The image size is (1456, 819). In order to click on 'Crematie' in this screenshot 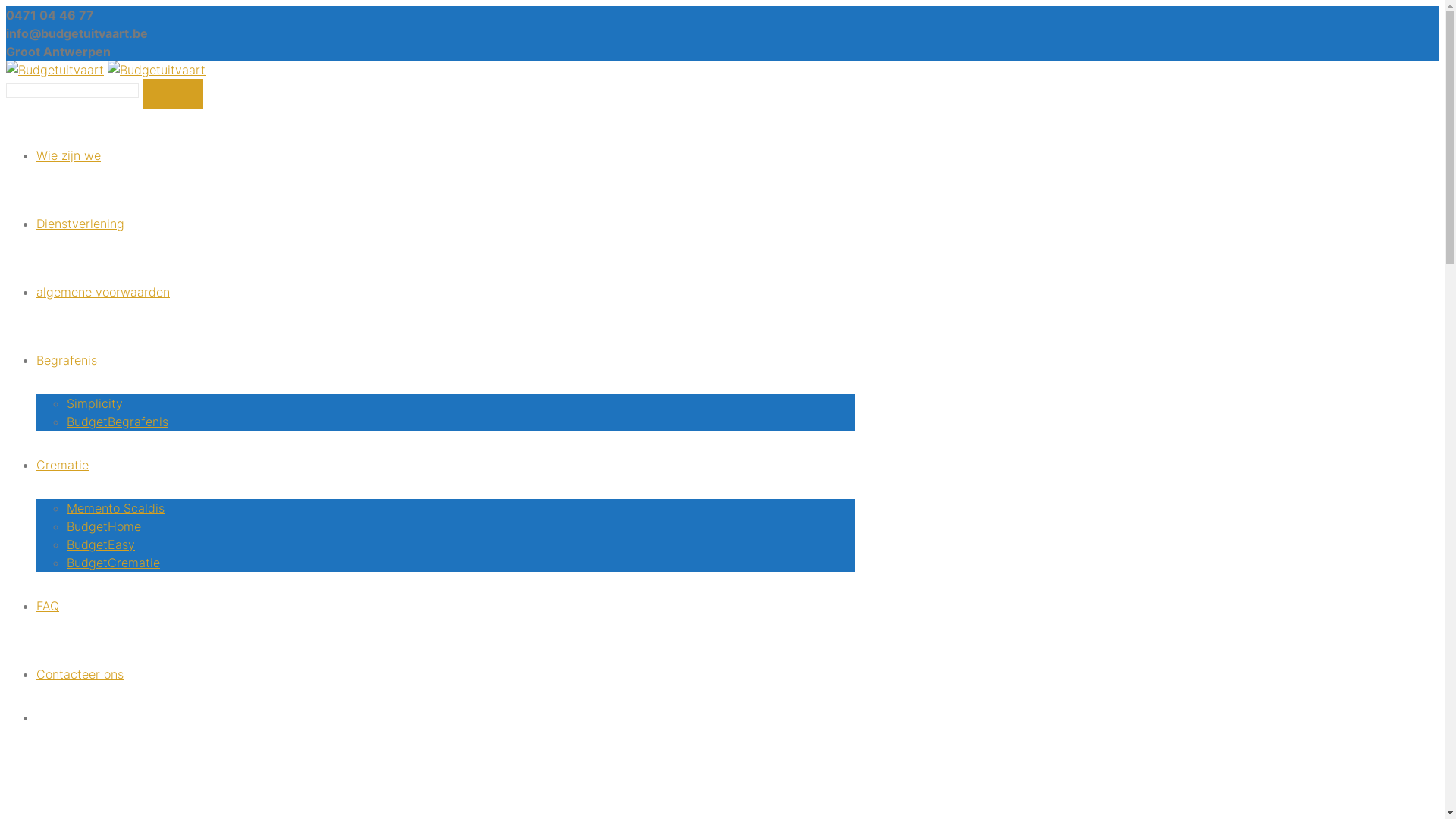, I will do `click(61, 464)`.